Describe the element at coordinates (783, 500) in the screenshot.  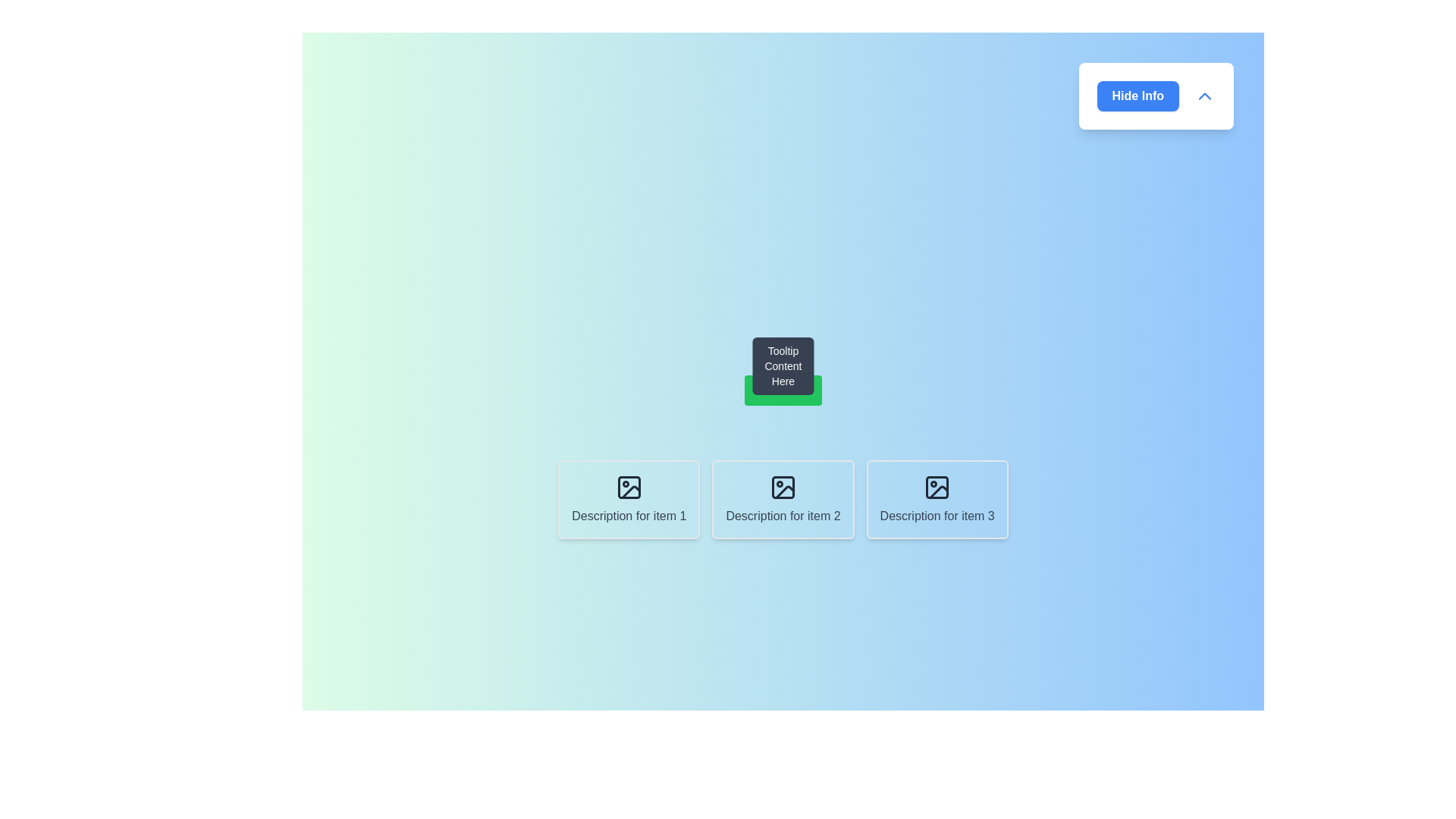
I see `the second Card component in the horizontal grid` at that location.